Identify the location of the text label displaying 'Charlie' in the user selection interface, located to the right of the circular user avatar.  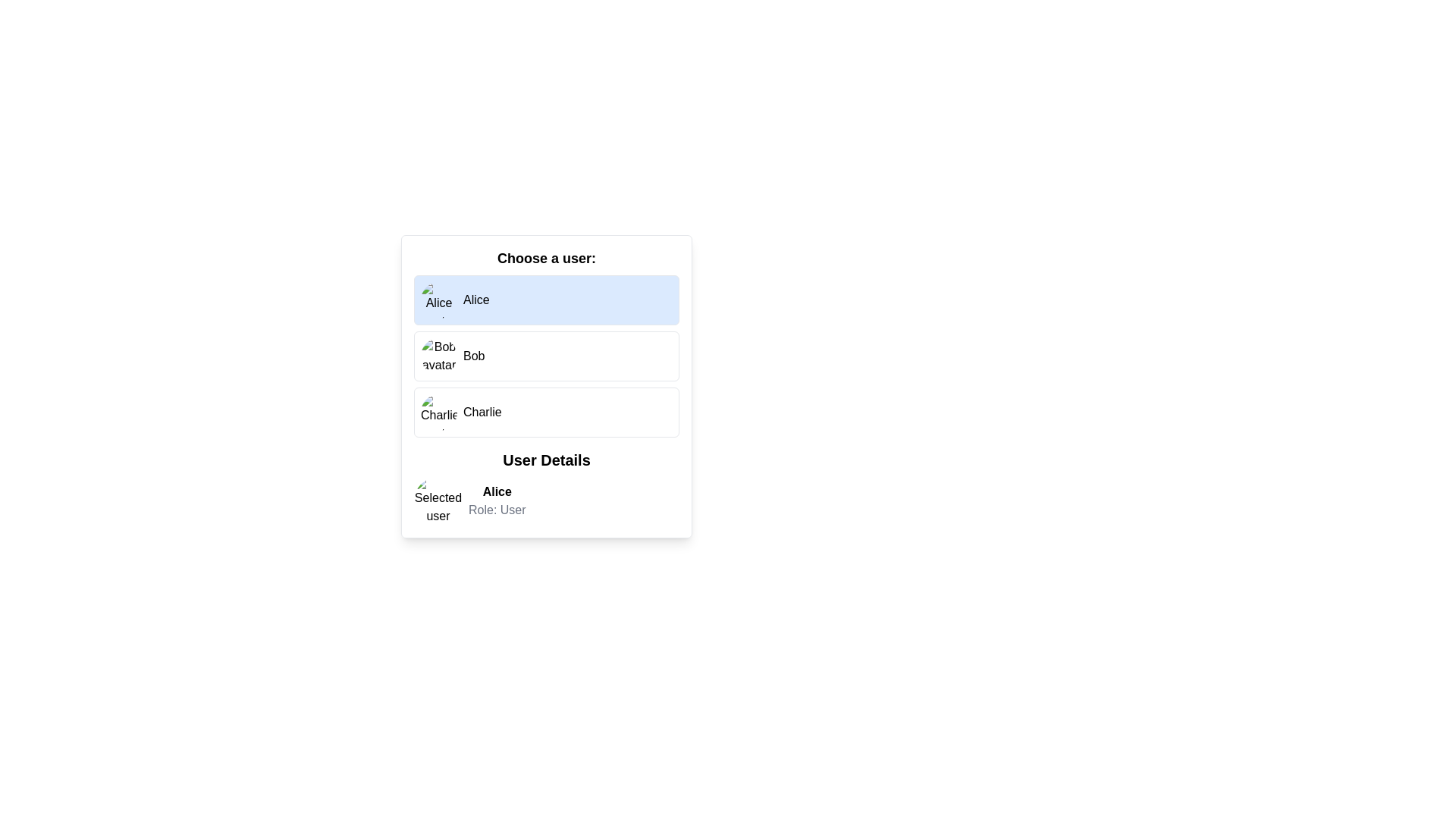
(482, 412).